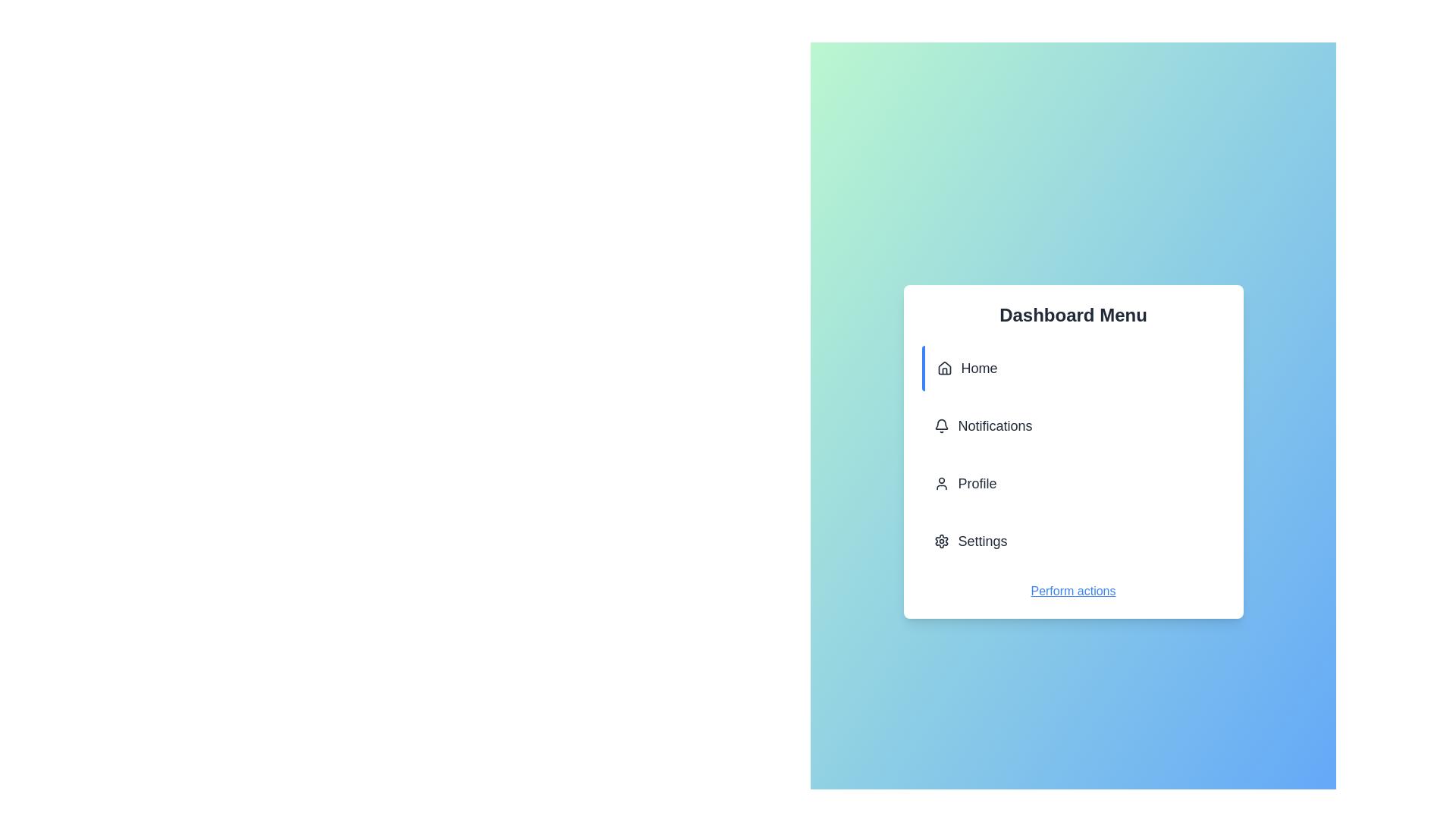  What do you see at coordinates (1072, 590) in the screenshot?
I see `the 'Perform actions' link at the bottom of the menu` at bounding box center [1072, 590].